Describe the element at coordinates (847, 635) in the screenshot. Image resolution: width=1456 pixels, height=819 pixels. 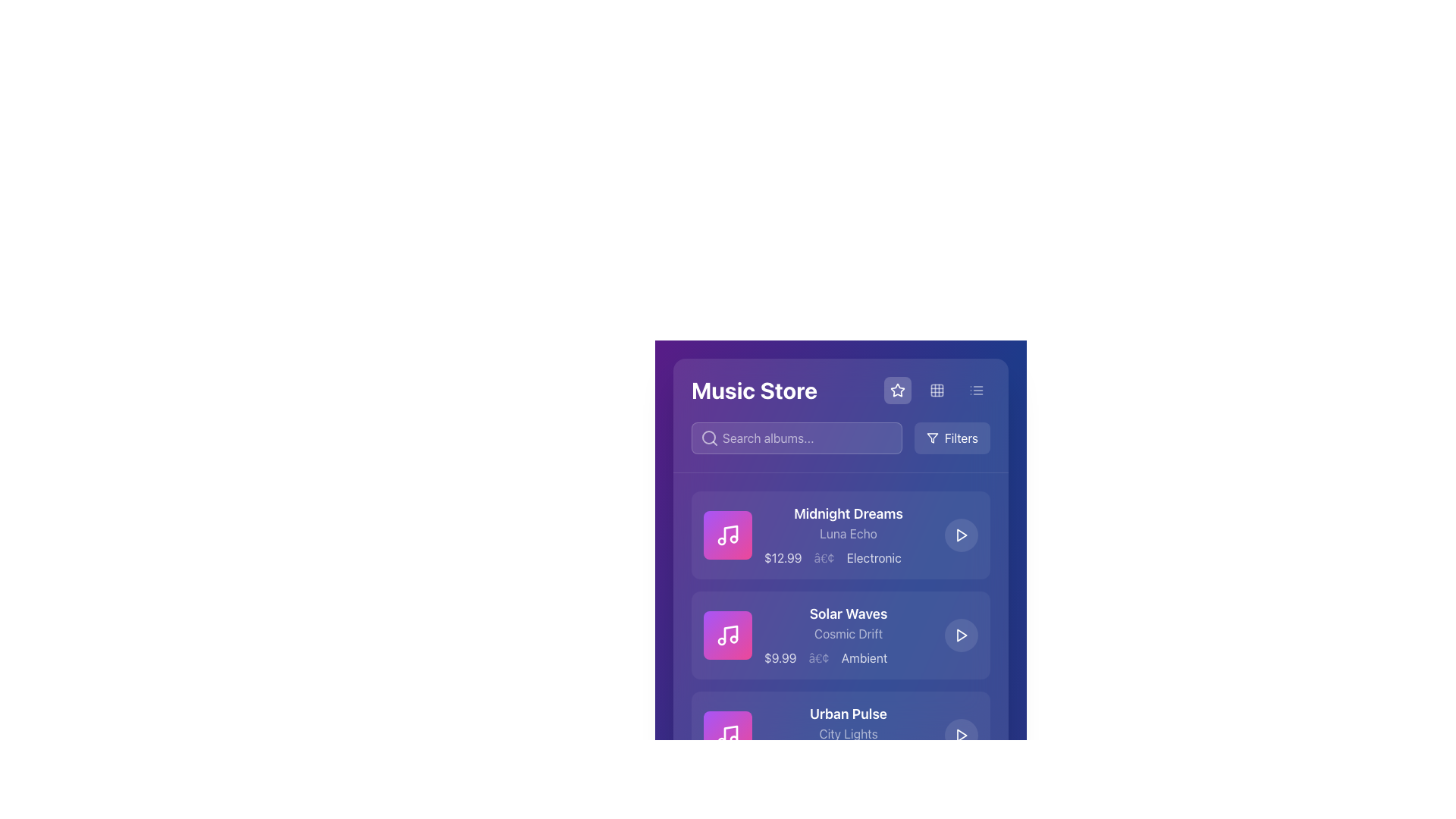
I see `text element displaying album metadata, which includes the title 'Solar Waves', subtitle 'Cosmic Drift', price '$9.99', and genre 'Ambient'` at that location.